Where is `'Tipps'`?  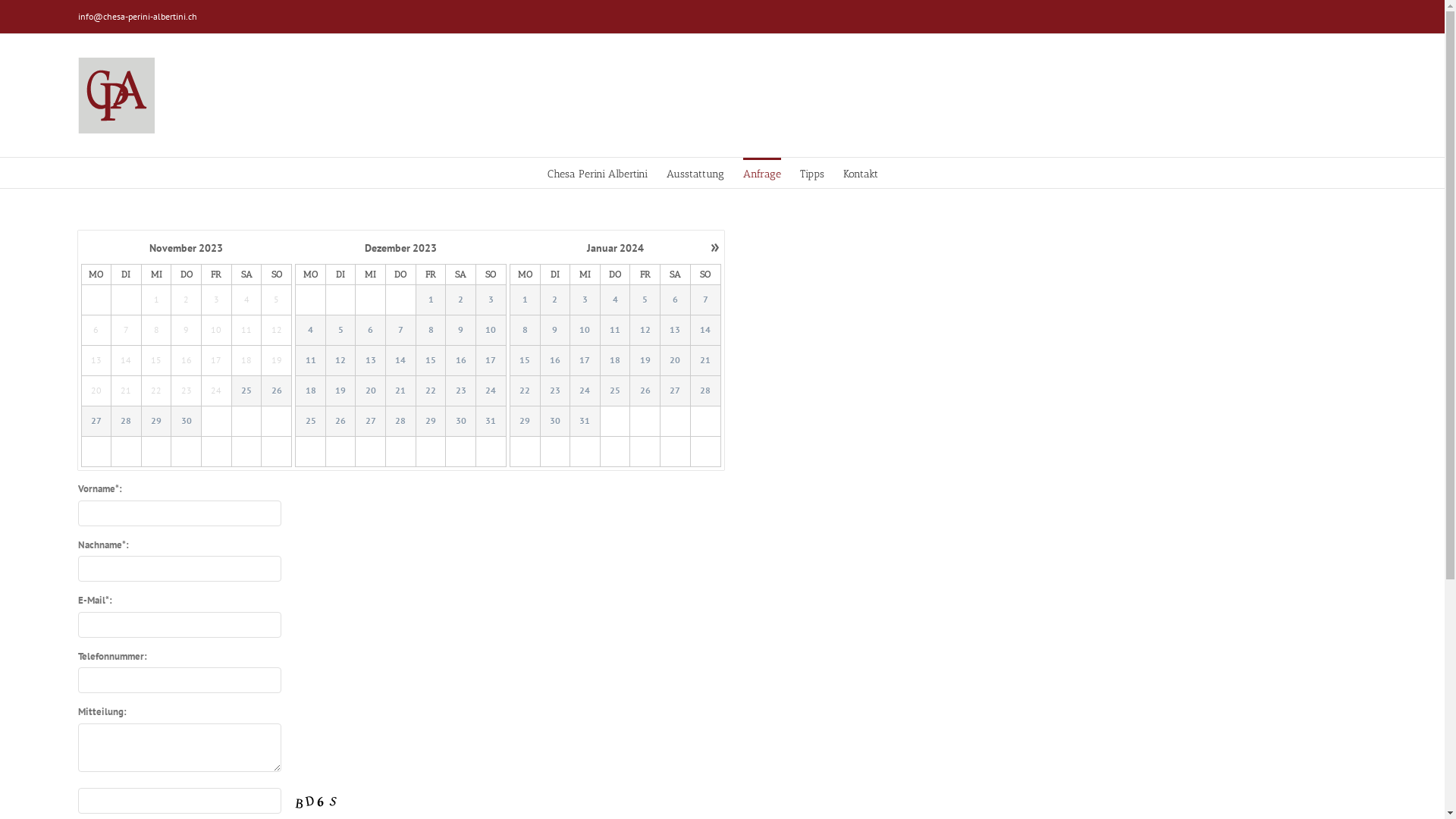 'Tipps' is located at coordinates (799, 171).